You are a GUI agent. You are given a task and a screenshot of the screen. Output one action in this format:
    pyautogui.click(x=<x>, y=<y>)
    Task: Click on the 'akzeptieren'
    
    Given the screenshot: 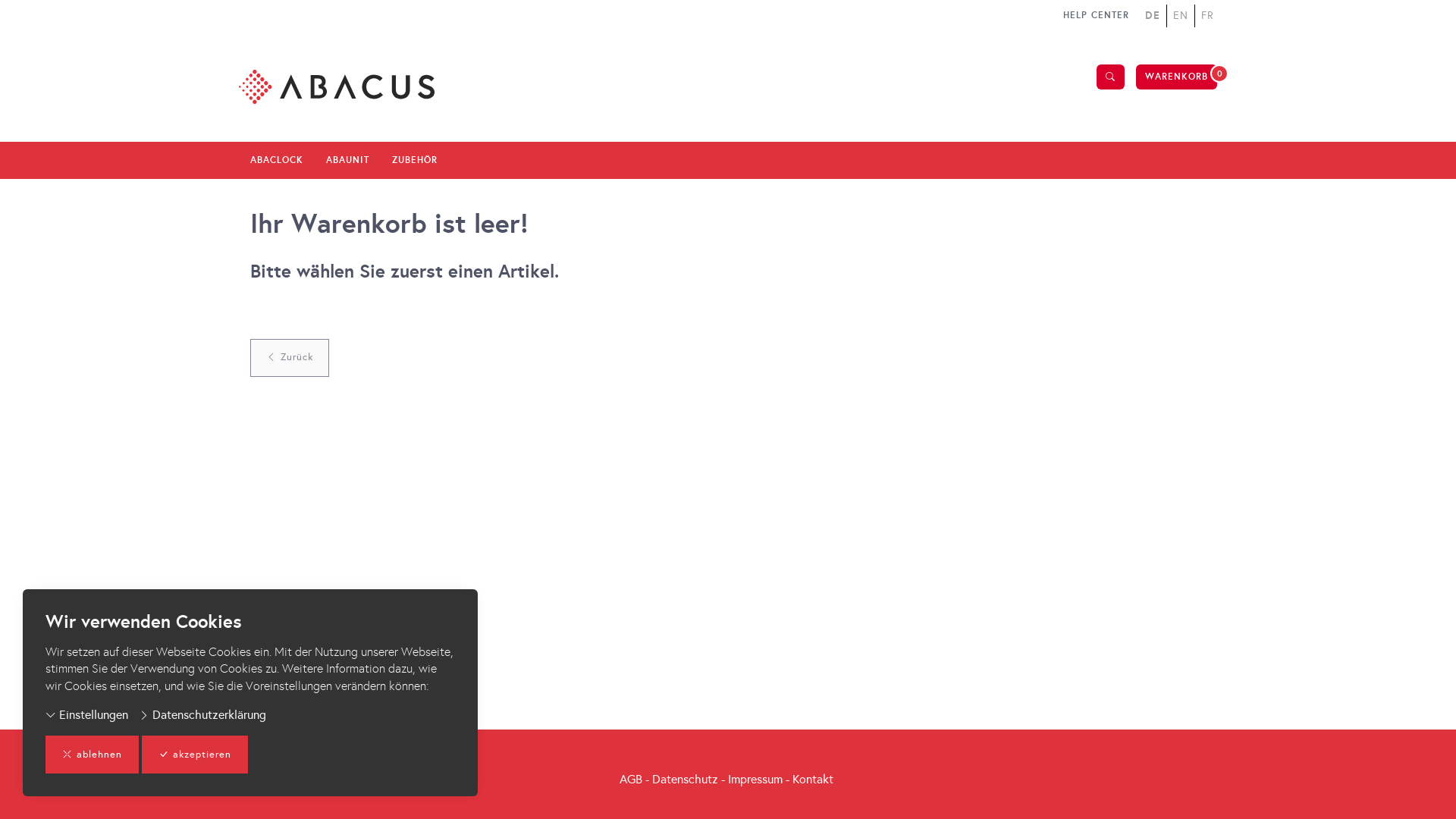 What is the action you would take?
    pyautogui.click(x=142, y=755)
    